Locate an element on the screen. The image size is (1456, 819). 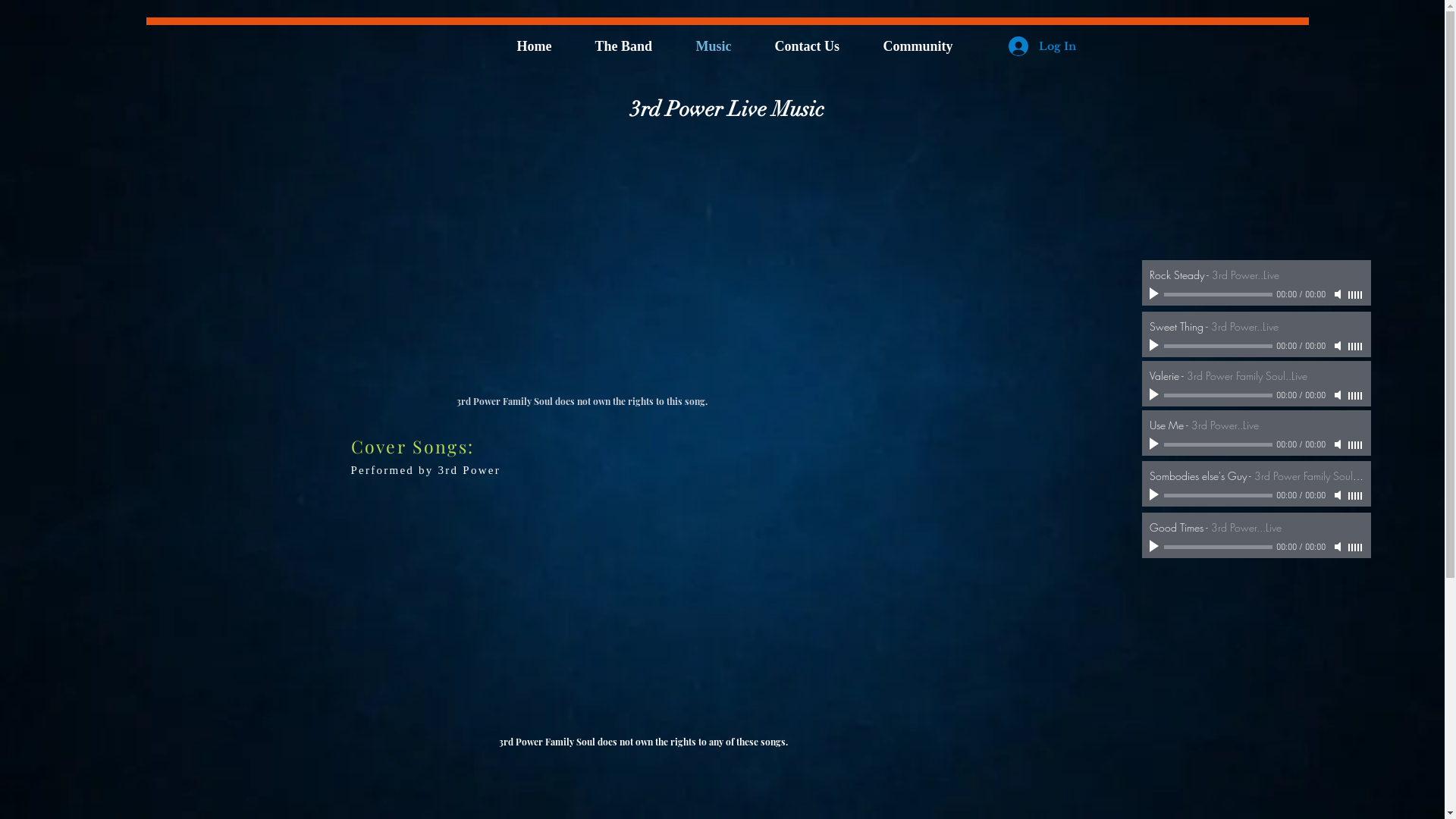
'Community' is located at coordinates (927, 45).